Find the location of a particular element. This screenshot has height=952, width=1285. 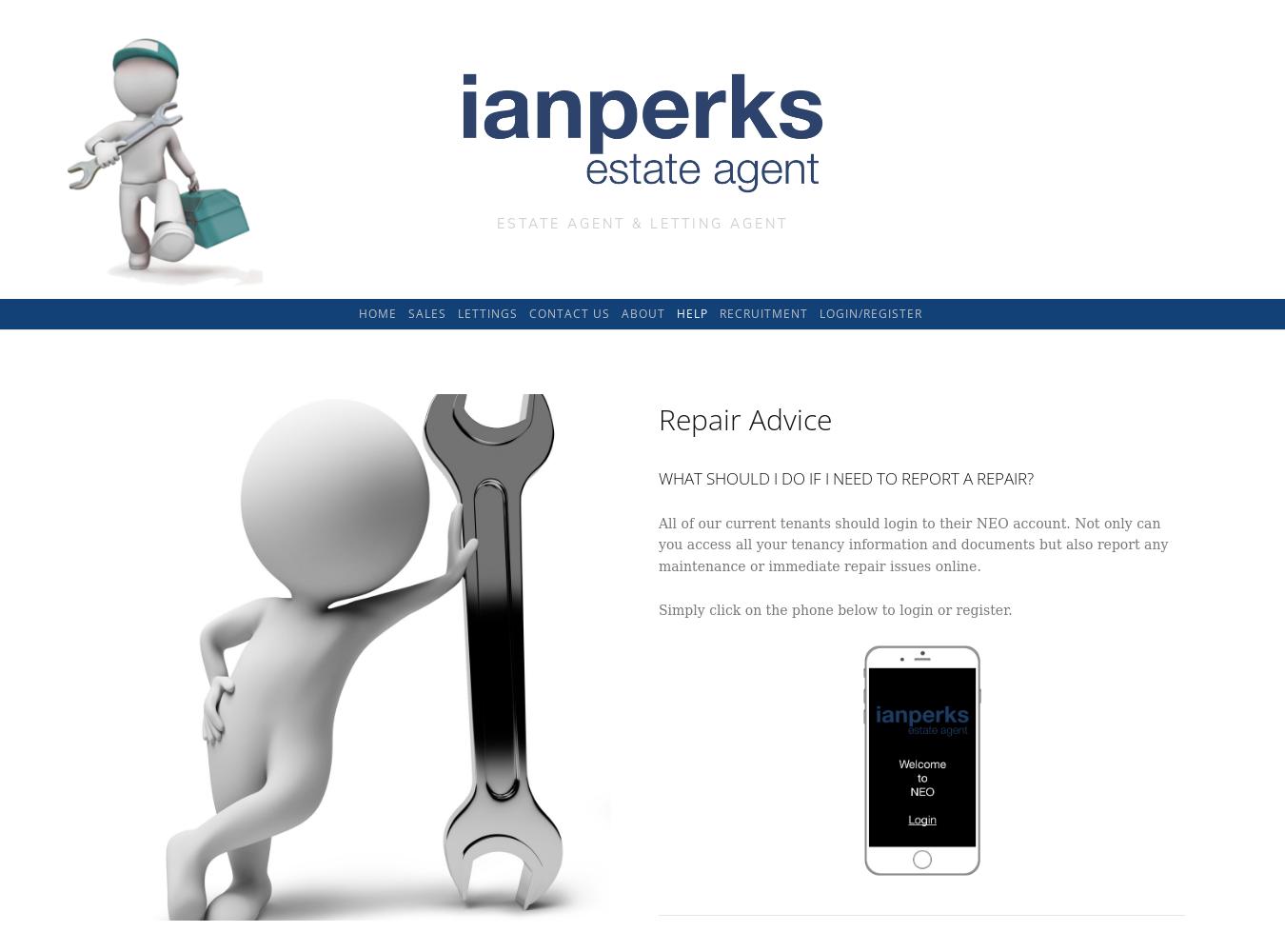

'Lettings' is located at coordinates (456, 311).